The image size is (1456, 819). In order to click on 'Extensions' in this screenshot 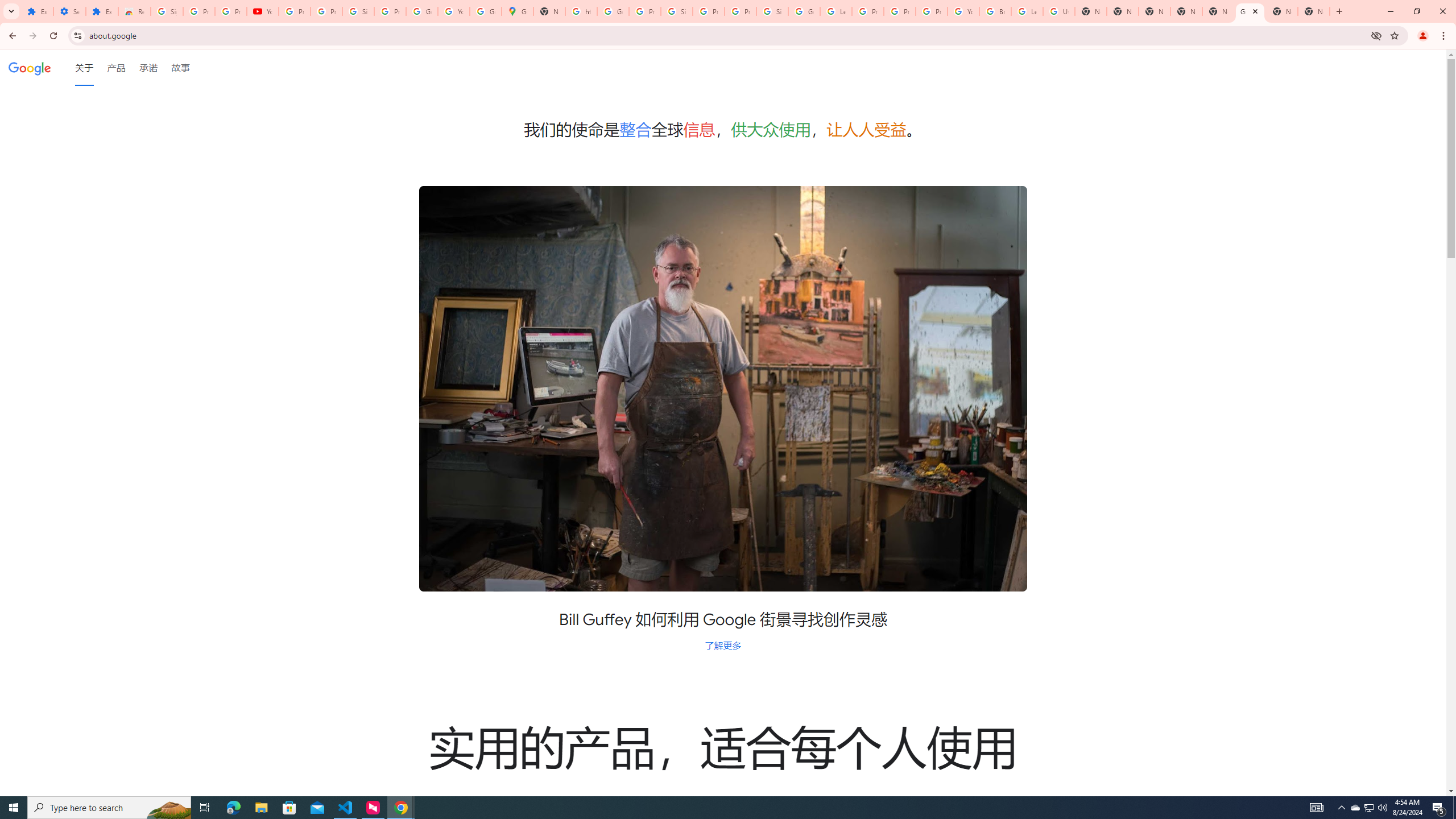, I will do `click(37, 11)`.